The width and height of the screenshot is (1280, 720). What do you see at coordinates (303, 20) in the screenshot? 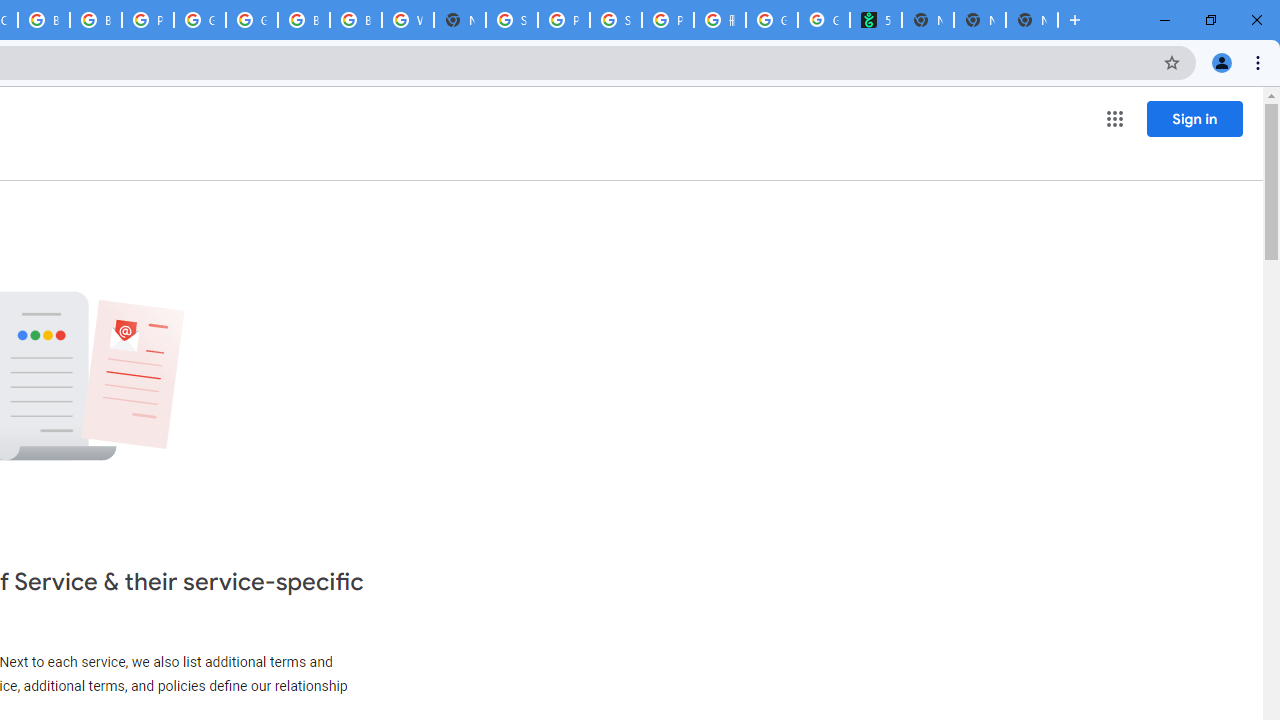
I see `'Browse Chrome as a guest - Computer - Google Chrome Help'` at bounding box center [303, 20].